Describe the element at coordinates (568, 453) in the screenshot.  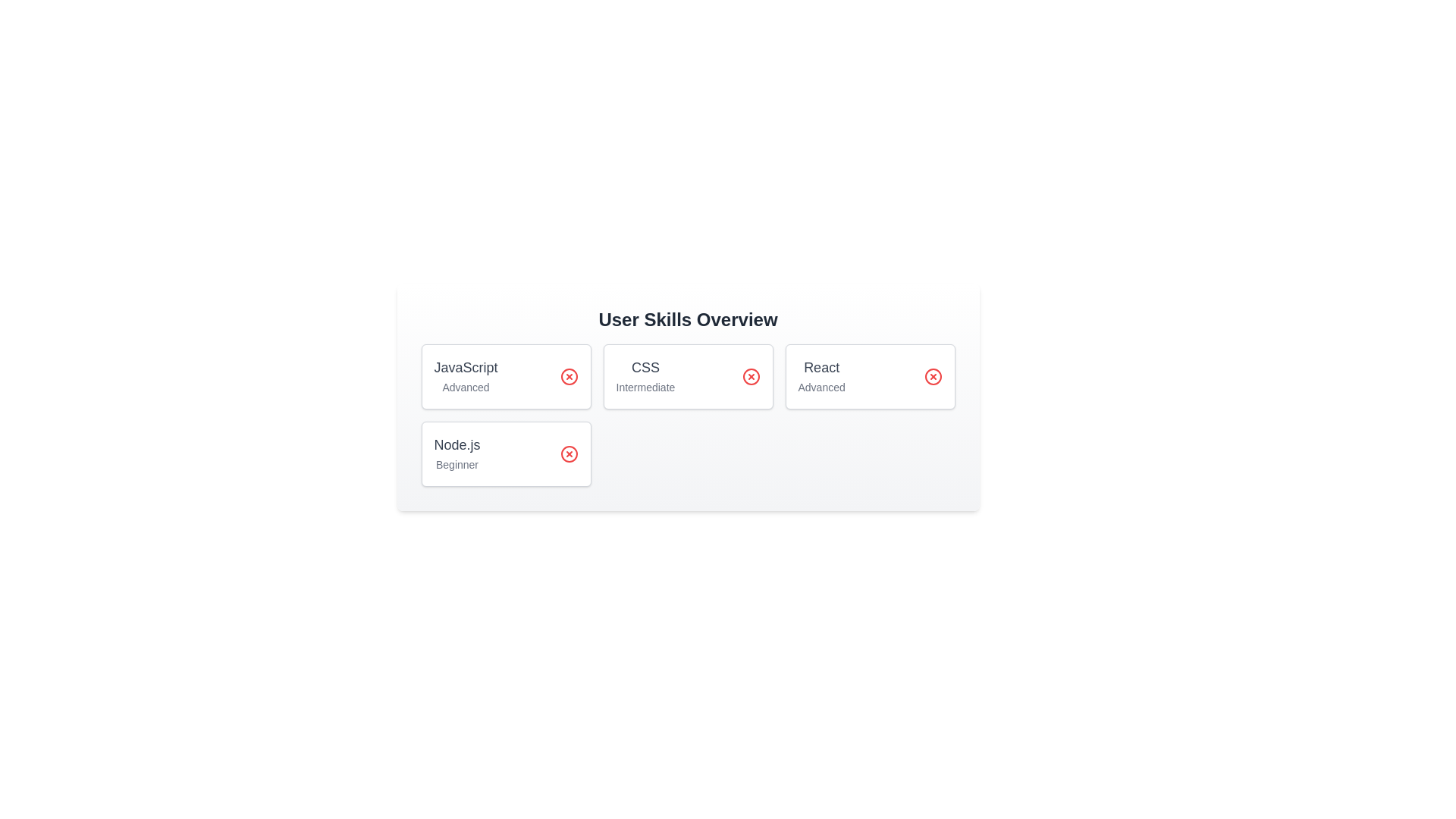
I see `the delete button for the skill Node.js` at that location.